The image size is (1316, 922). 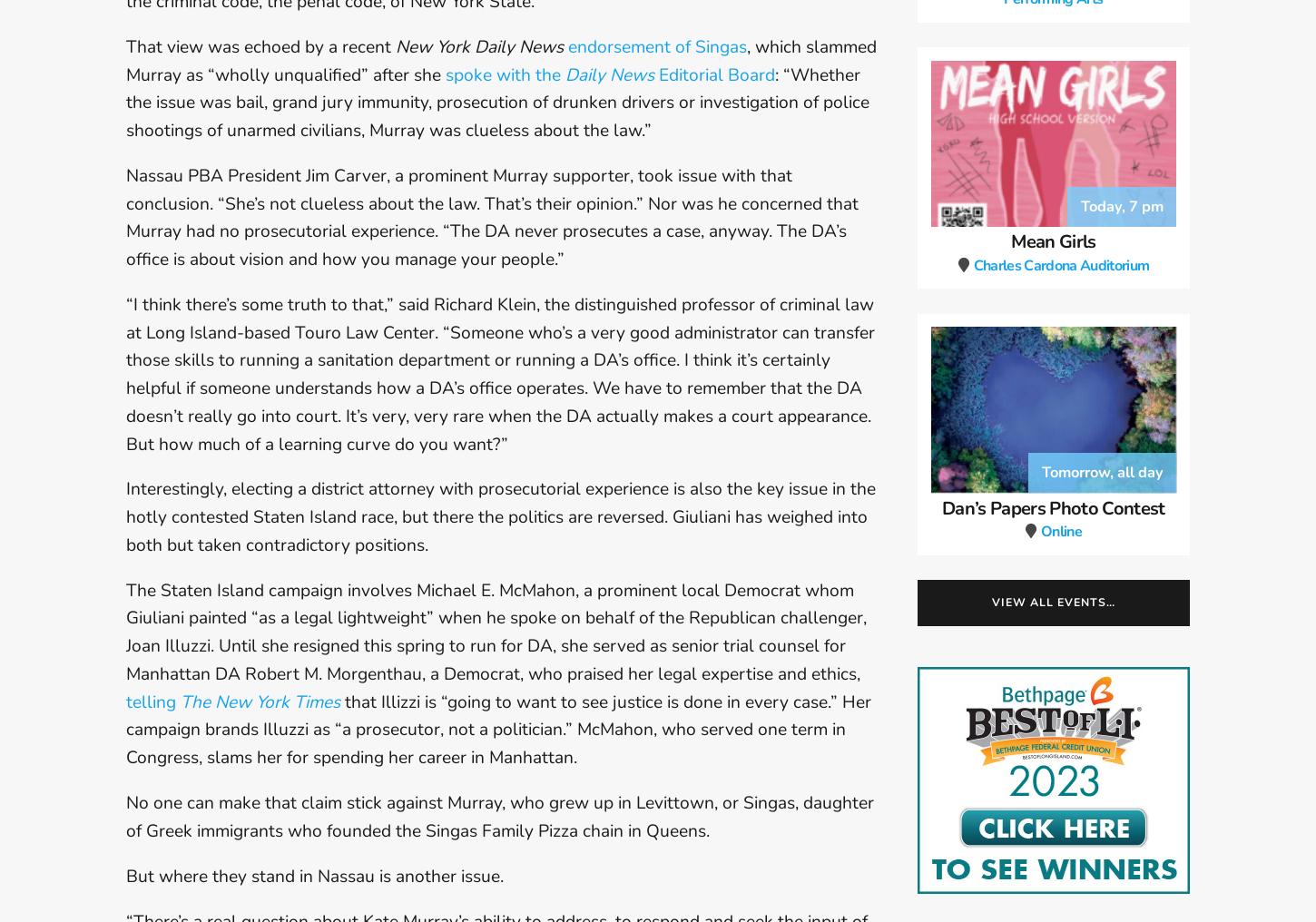 What do you see at coordinates (152, 700) in the screenshot?
I see `'telling'` at bounding box center [152, 700].